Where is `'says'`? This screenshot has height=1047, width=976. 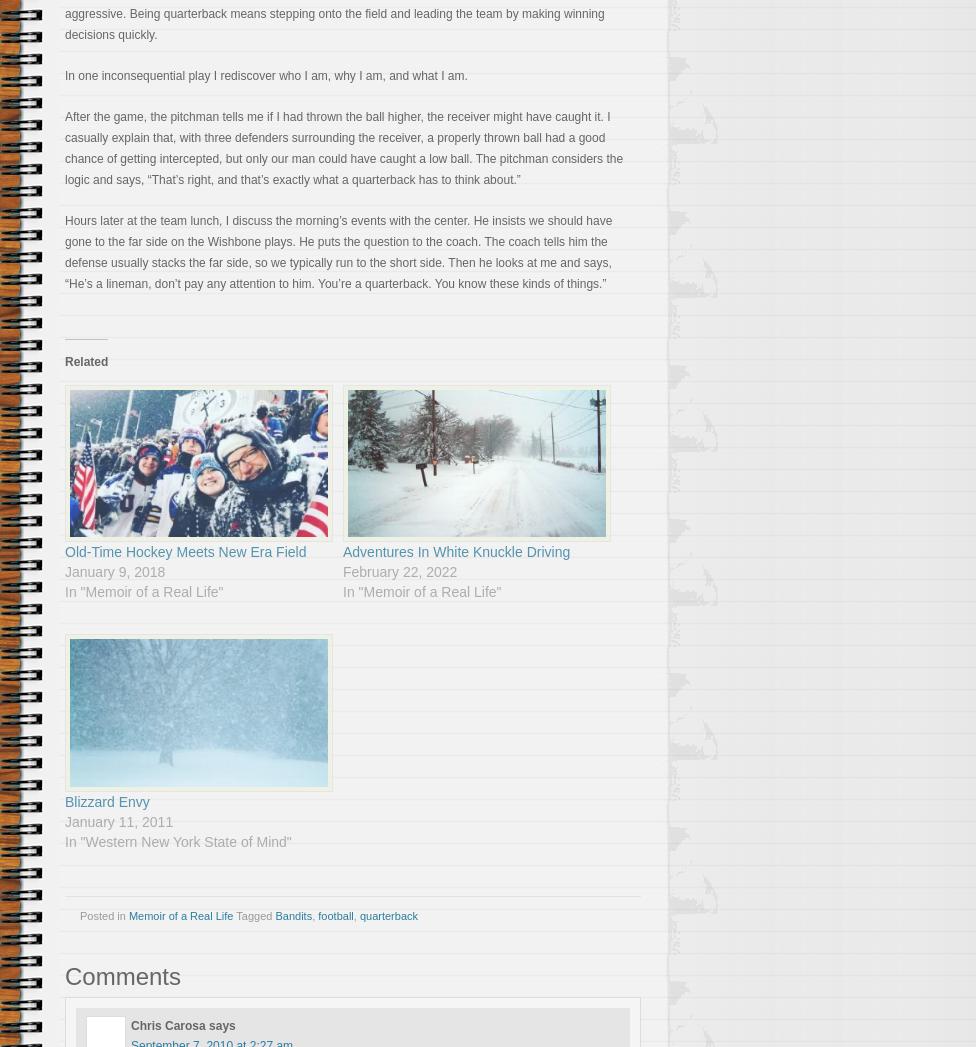 'says' is located at coordinates (221, 1025).